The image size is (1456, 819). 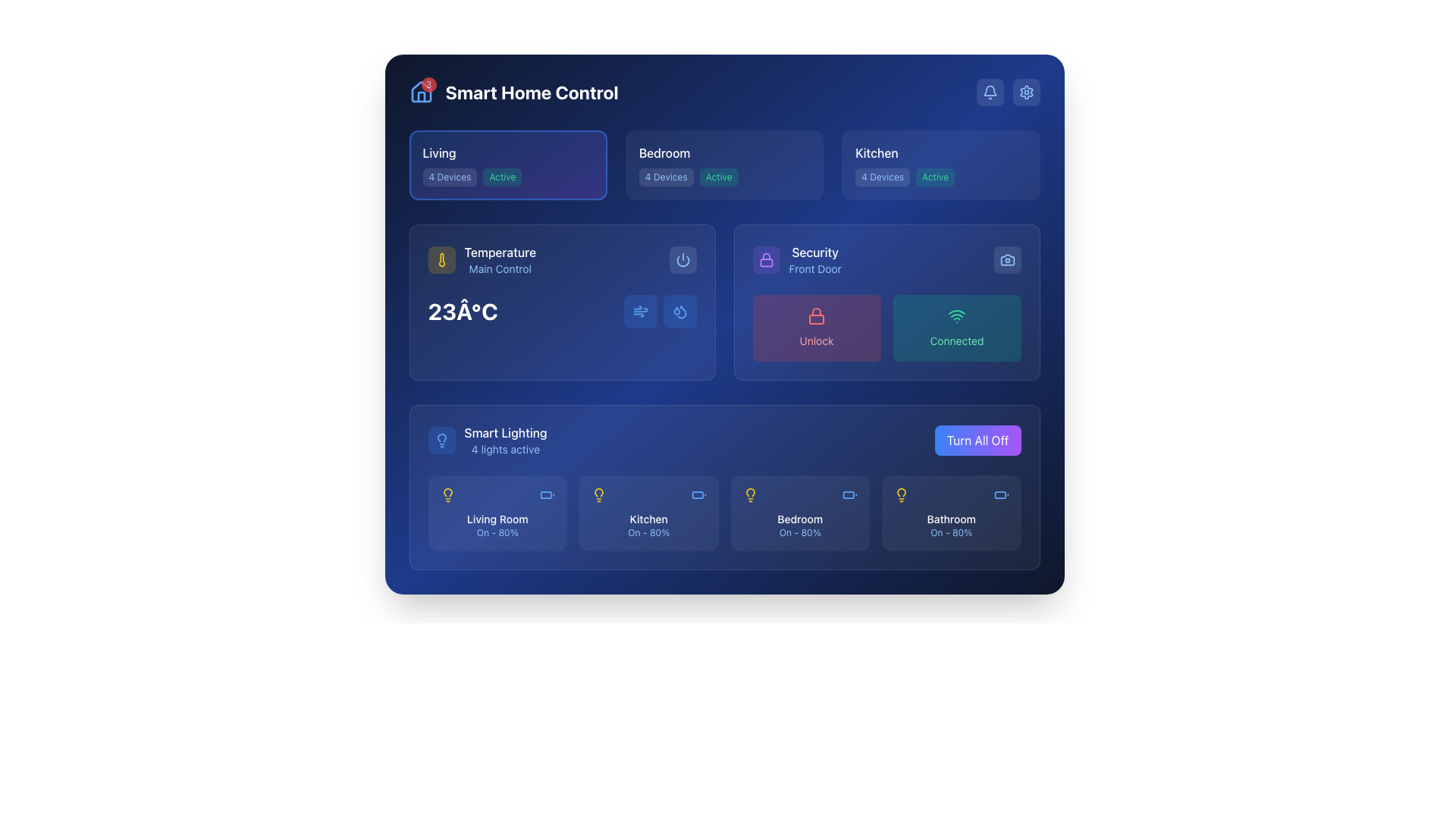 I want to click on the notification button located in the top-right corner of the interface, which has a soft blue background and a bright blue bell icon at its center, so click(x=990, y=93).